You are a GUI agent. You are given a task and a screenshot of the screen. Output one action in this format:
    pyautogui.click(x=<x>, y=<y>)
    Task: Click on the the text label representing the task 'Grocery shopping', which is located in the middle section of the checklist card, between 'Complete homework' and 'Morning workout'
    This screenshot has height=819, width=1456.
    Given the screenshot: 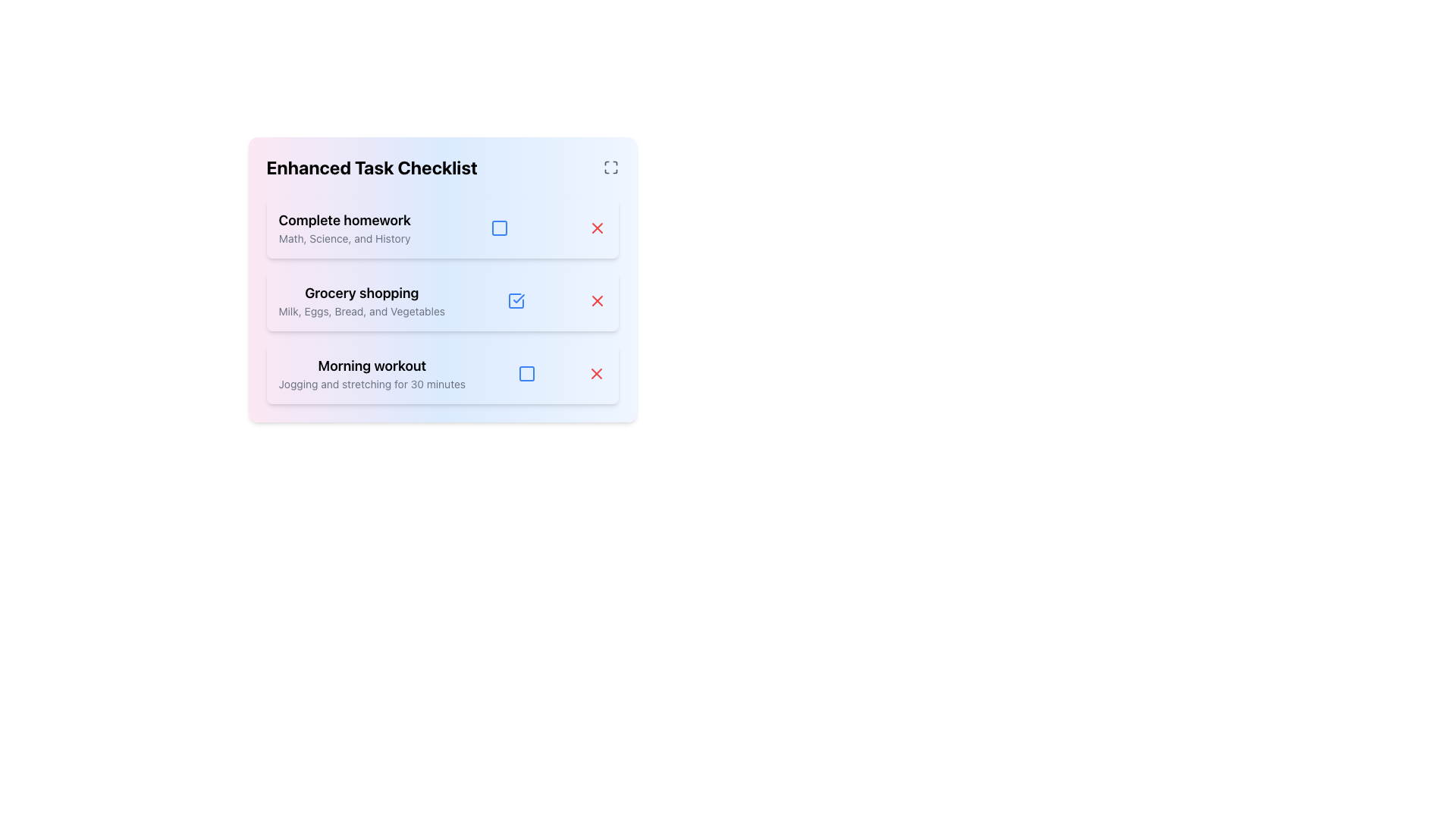 What is the action you would take?
    pyautogui.click(x=361, y=293)
    